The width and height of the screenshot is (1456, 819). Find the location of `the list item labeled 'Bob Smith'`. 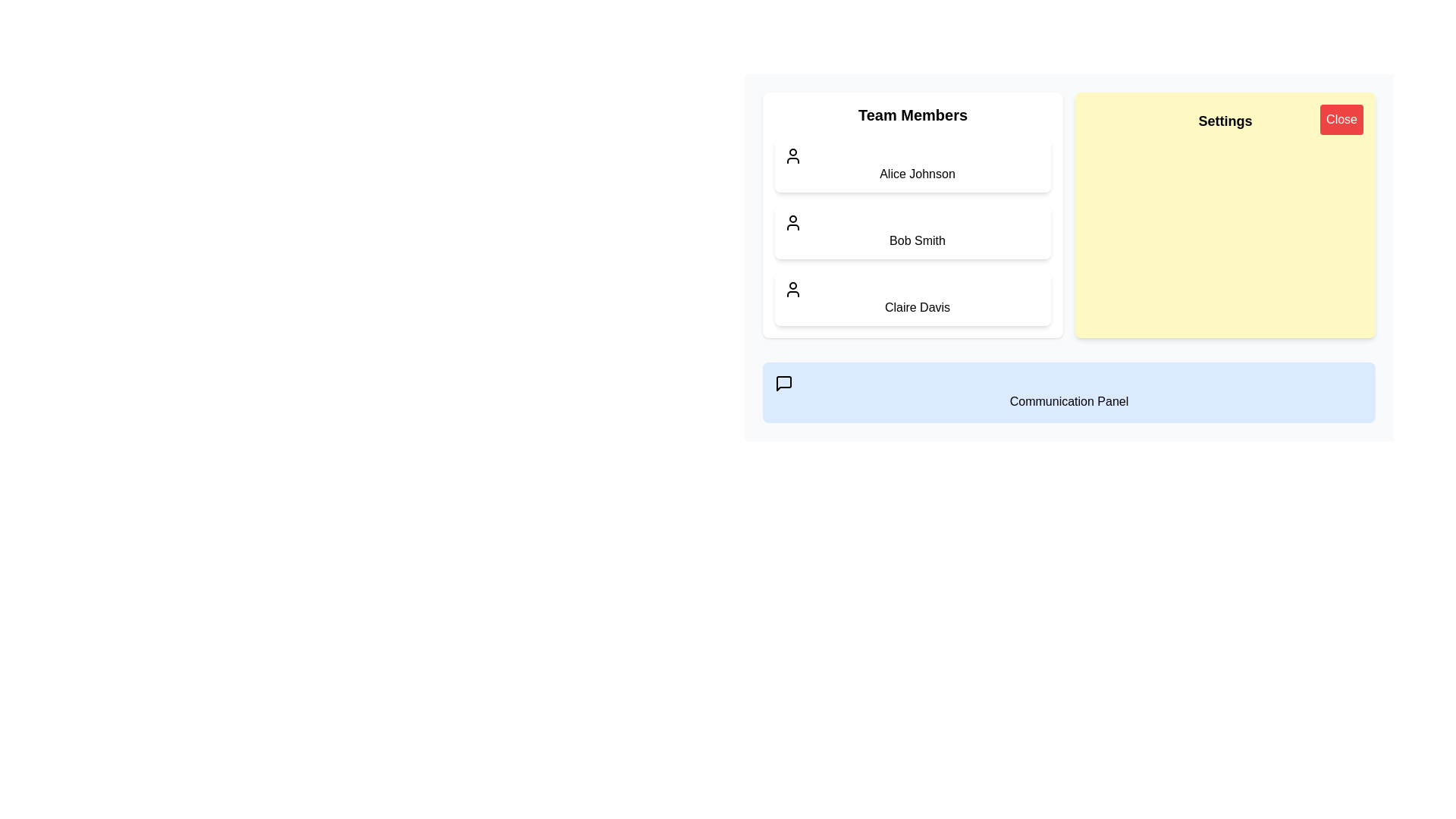

the list item labeled 'Bob Smith' is located at coordinates (912, 231).